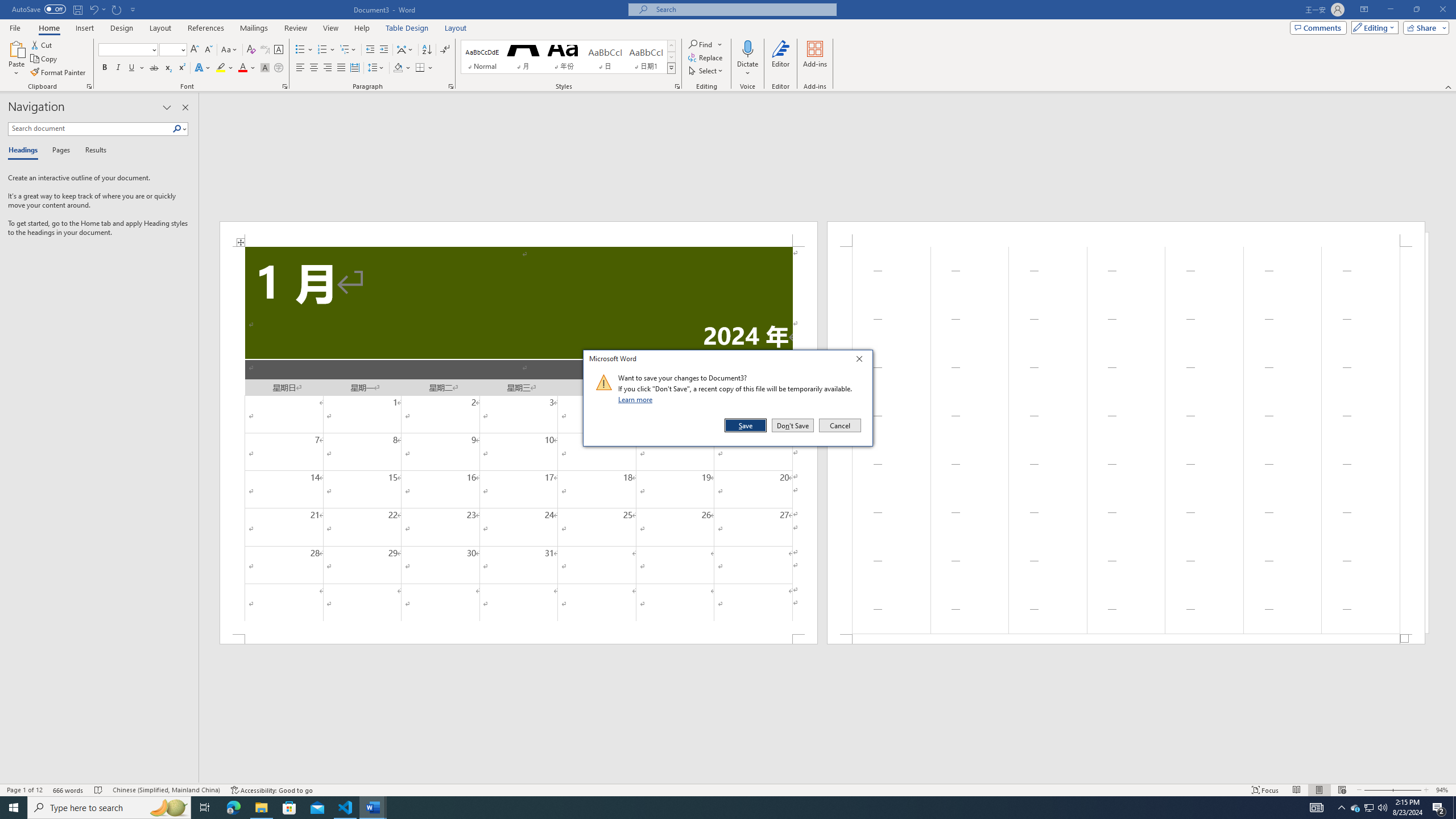 Image resolution: width=1456 pixels, height=819 pixels. Describe the element at coordinates (42, 44) in the screenshot. I see `'Cut'` at that location.